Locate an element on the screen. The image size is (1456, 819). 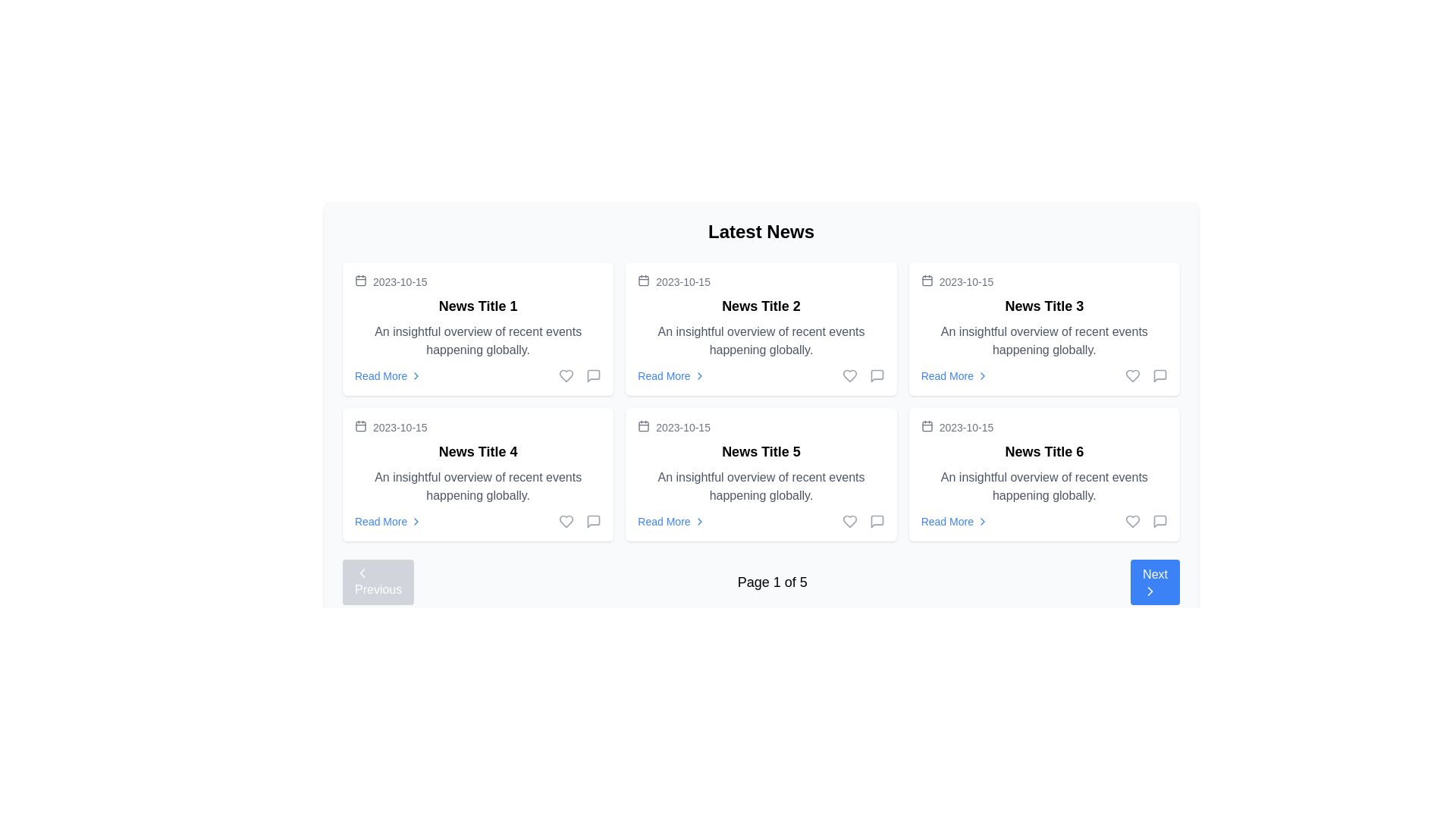
the call-to-action link located at the lower part of the 'News Title 1' card is located at coordinates (477, 375).